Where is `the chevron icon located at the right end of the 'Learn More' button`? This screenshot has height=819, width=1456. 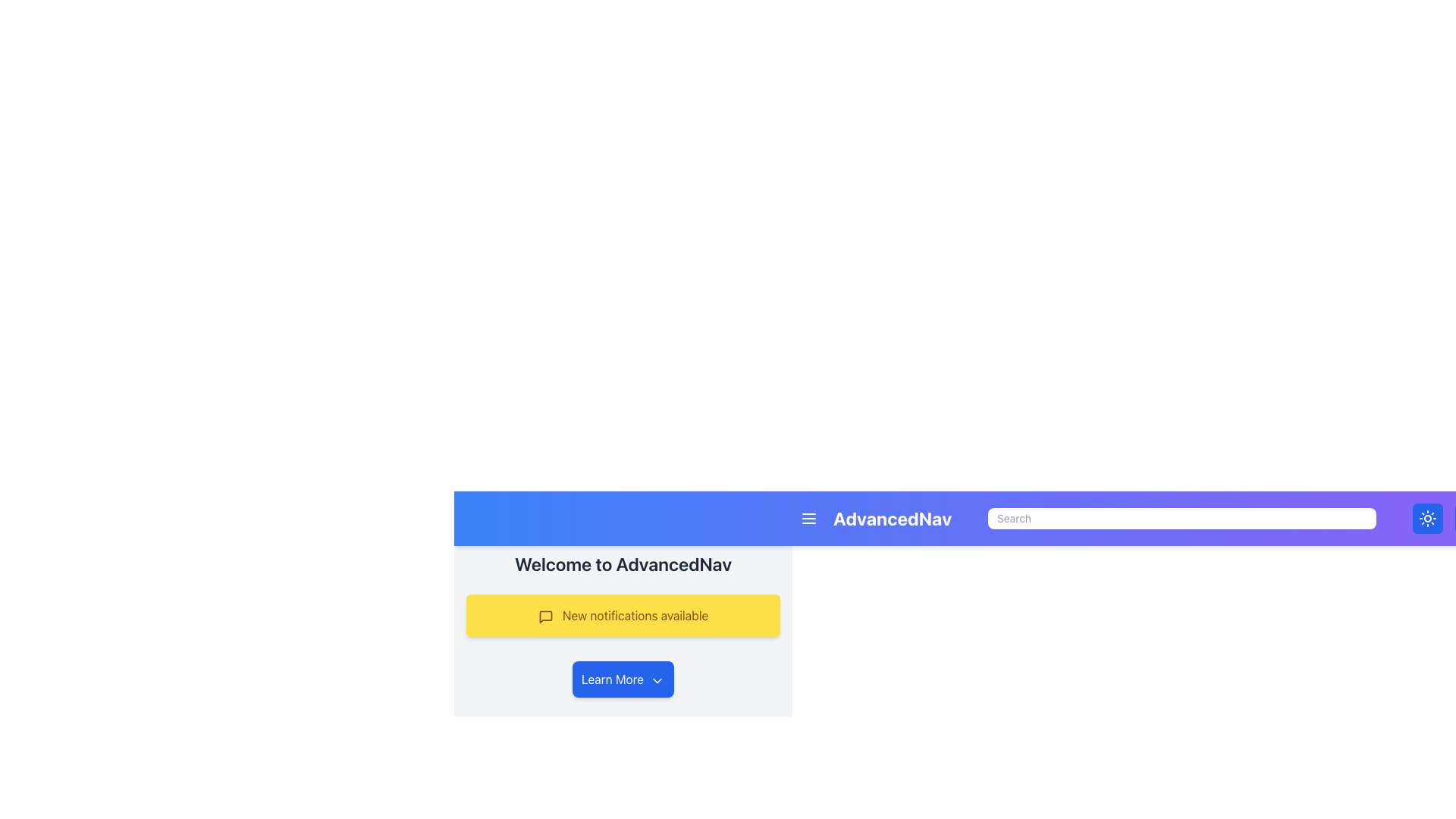
the chevron icon located at the right end of the 'Learn More' button is located at coordinates (657, 679).